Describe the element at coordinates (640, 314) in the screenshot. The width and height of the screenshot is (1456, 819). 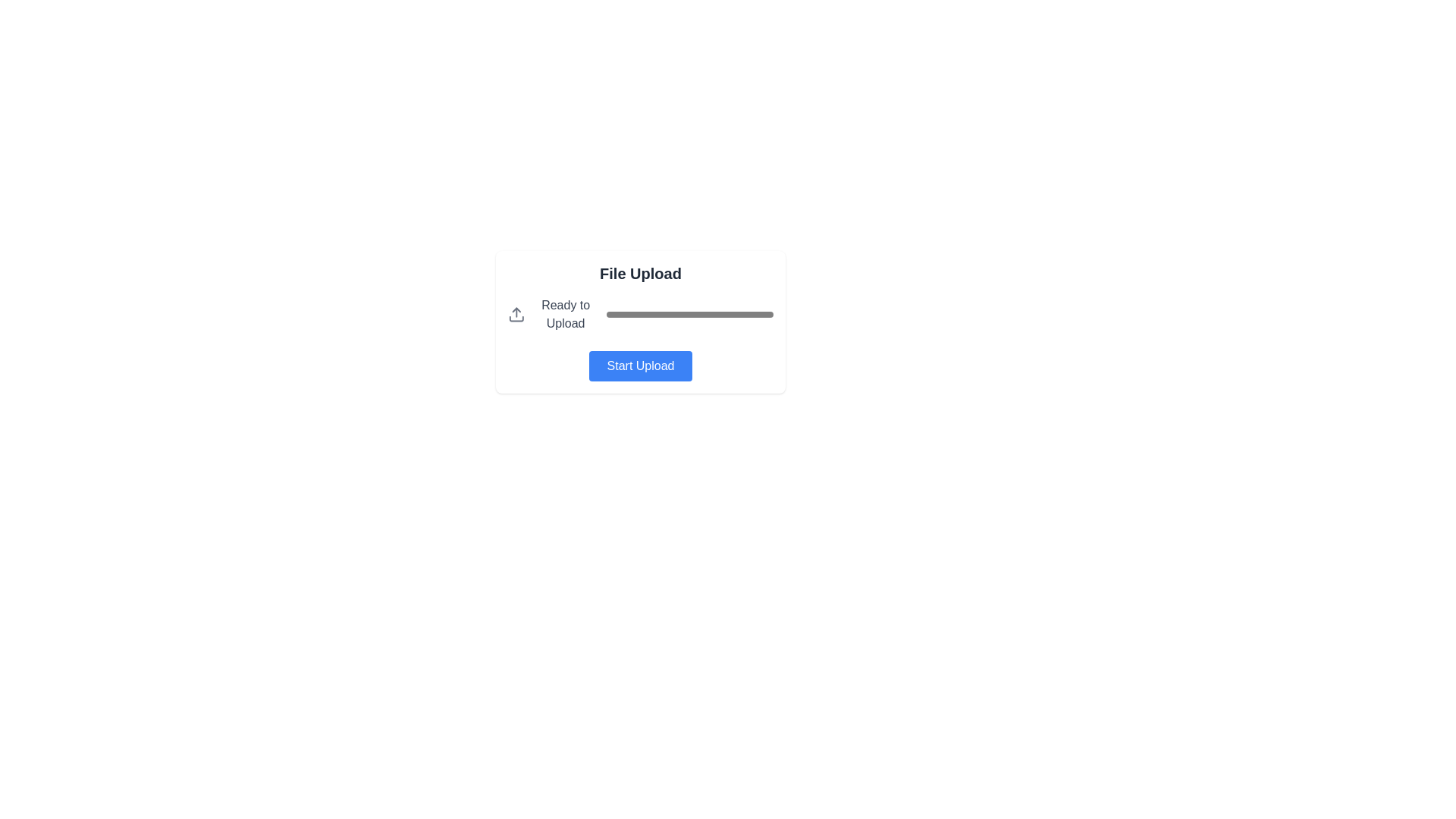
I see `the progress bar located within the 'File Upload' panel, directly below the title 'File Upload' and above the 'Start Upload' button` at that location.